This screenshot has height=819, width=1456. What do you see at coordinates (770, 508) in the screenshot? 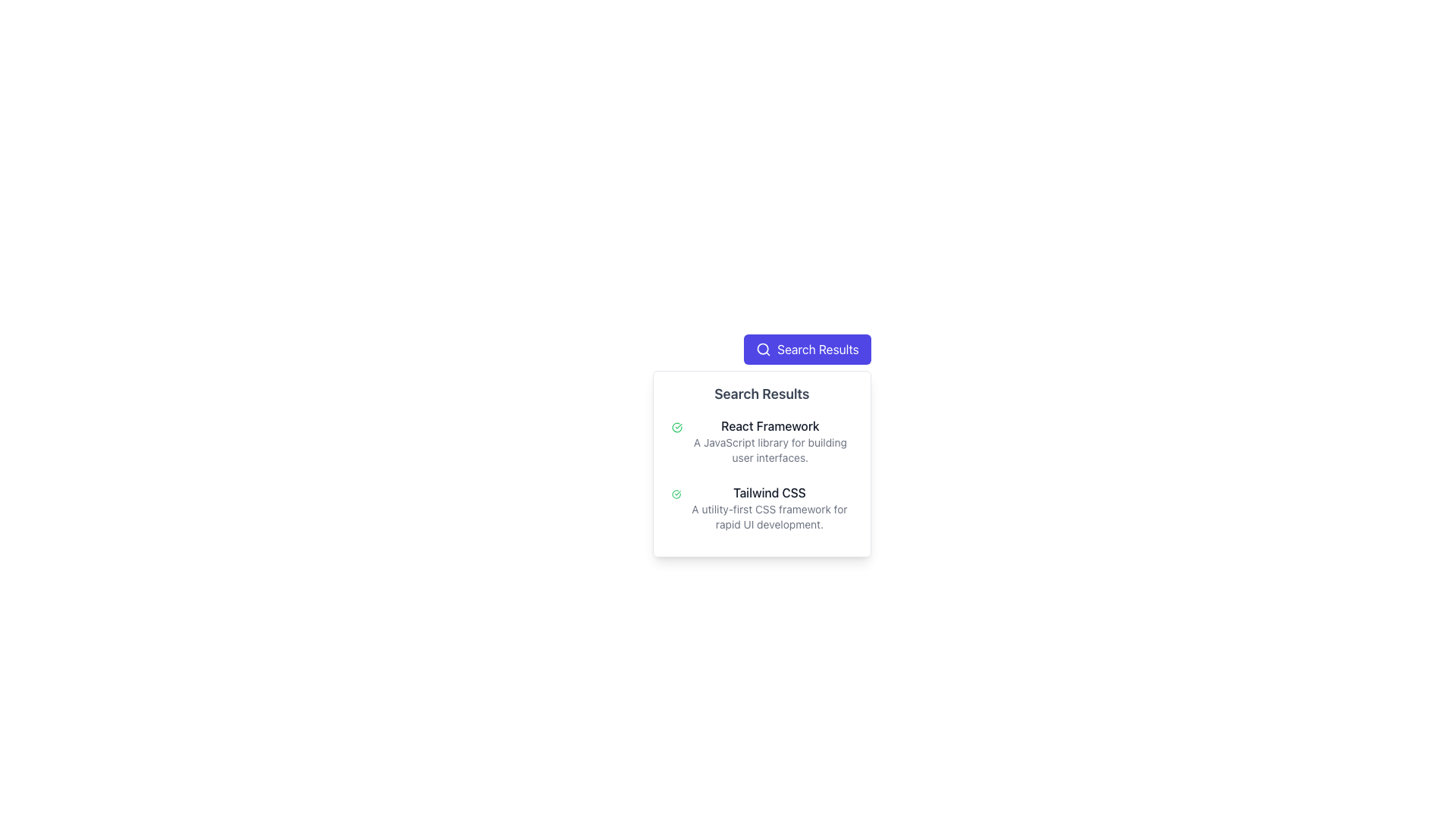
I see `the text block containing 'Tailwind CSS' and its description in the search results section, which is the second item listed under 'React Framework'` at bounding box center [770, 508].